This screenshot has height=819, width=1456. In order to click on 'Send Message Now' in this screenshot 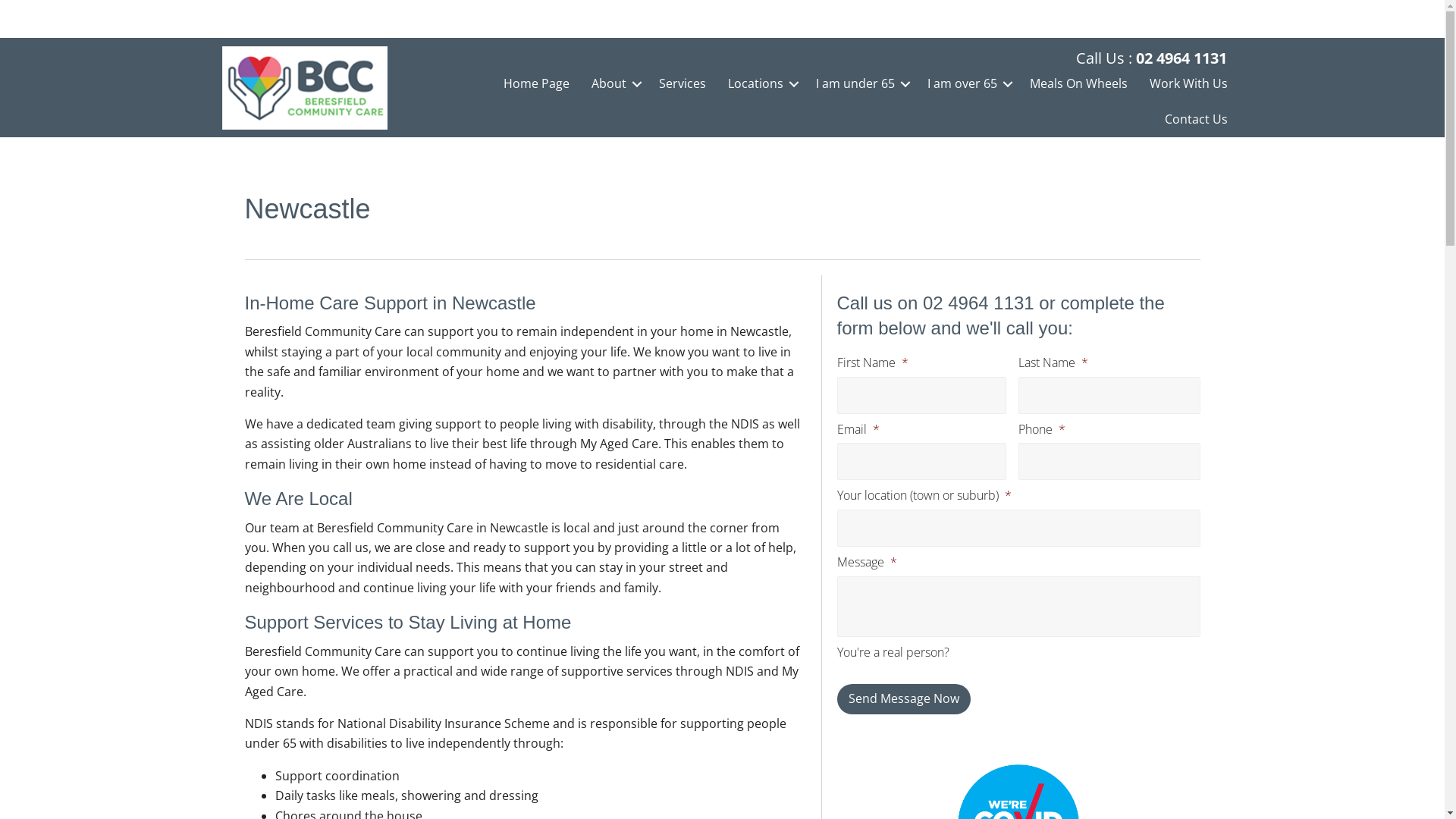, I will do `click(903, 698)`.